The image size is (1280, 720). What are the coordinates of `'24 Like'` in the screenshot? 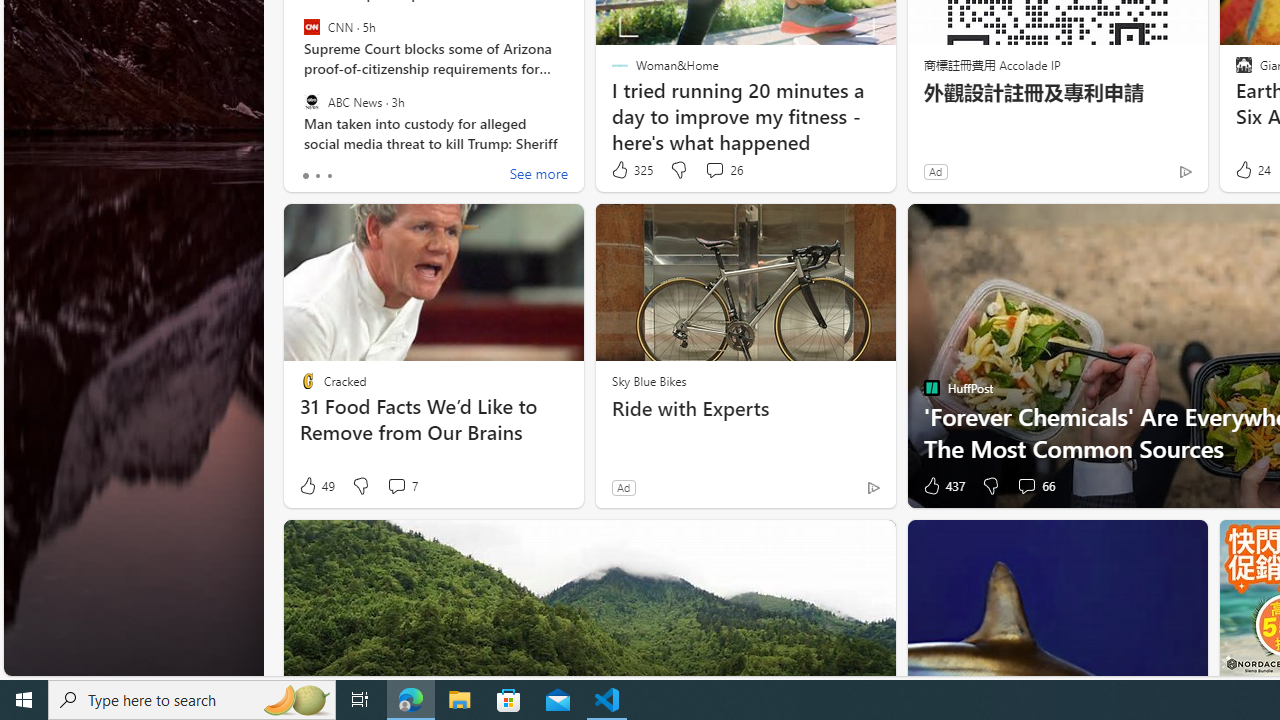 It's located at (1250, 169).